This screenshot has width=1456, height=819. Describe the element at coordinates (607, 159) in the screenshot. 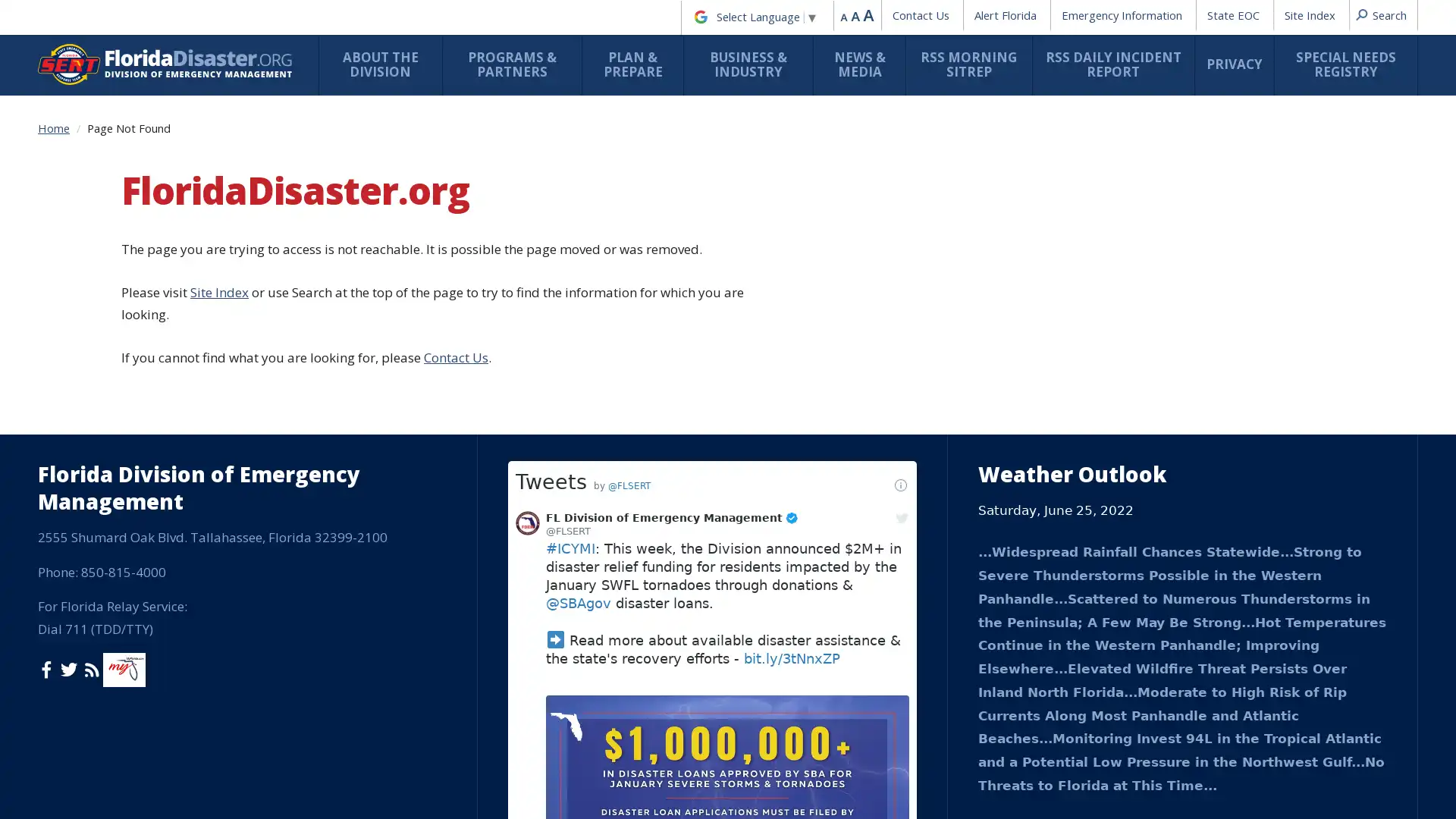

I see `Toggle More` at that location.